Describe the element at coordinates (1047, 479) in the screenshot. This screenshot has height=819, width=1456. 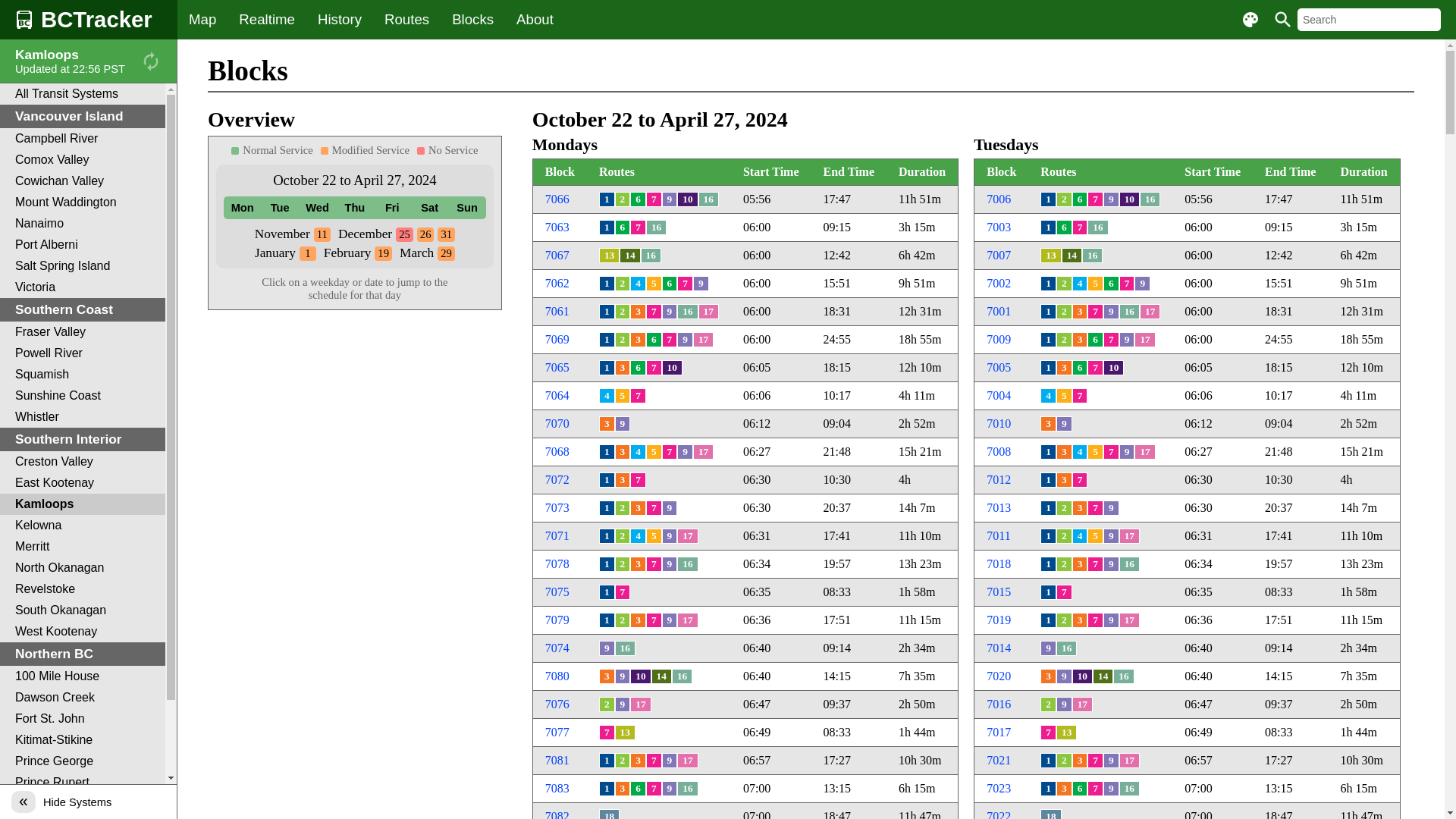
I see `'1'` at that location.